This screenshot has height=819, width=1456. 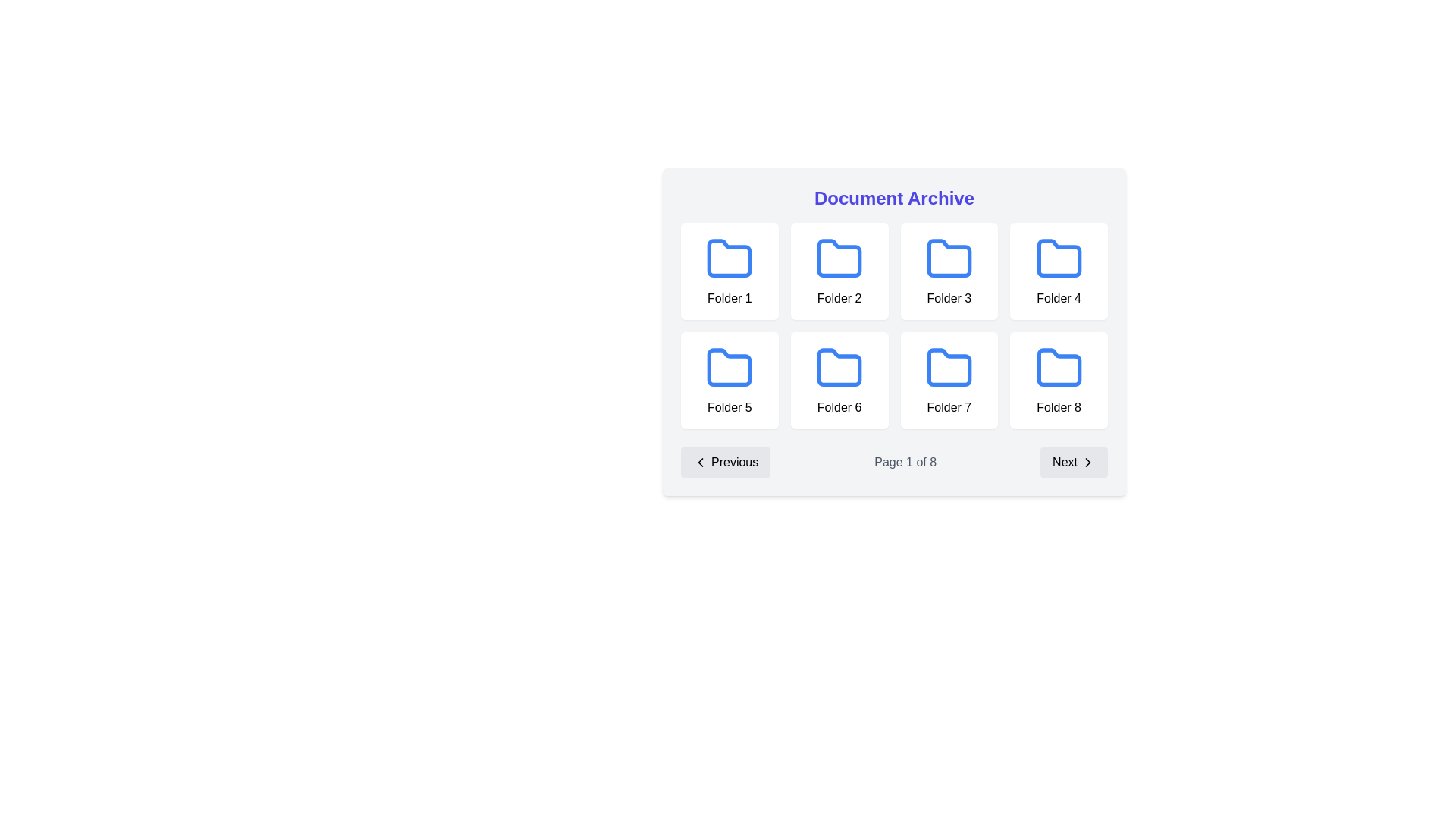 I want to click on the 'Previous' button associated with the left-pointing arrow icon located in the bottom left of the interface, so click(x=700, y=461).